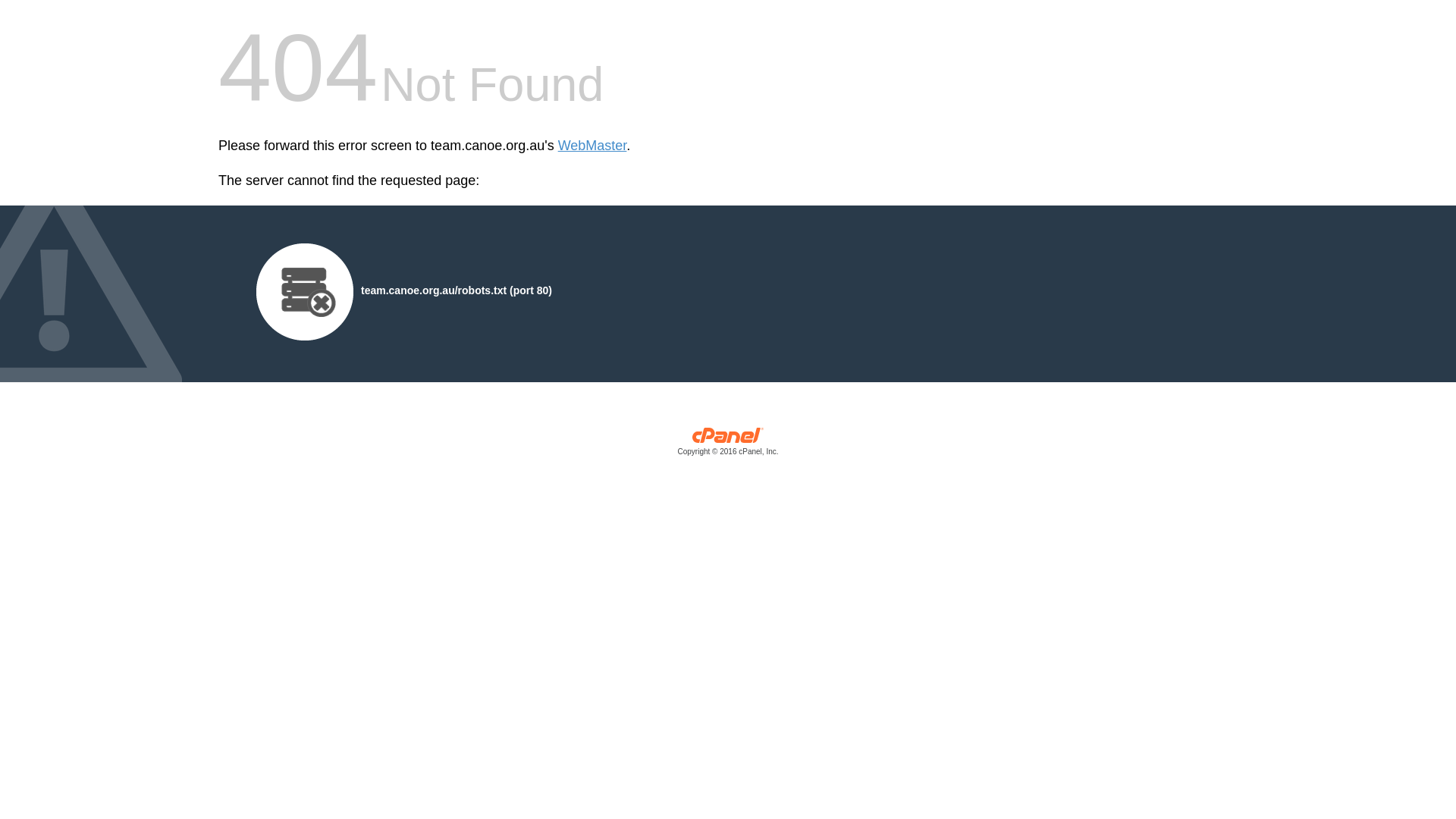 The image size is (1456, 819). What do you see at coordinates (591, 146) in the screenshot?
I see `'WebMaster'` at bounding box center [591, 146].